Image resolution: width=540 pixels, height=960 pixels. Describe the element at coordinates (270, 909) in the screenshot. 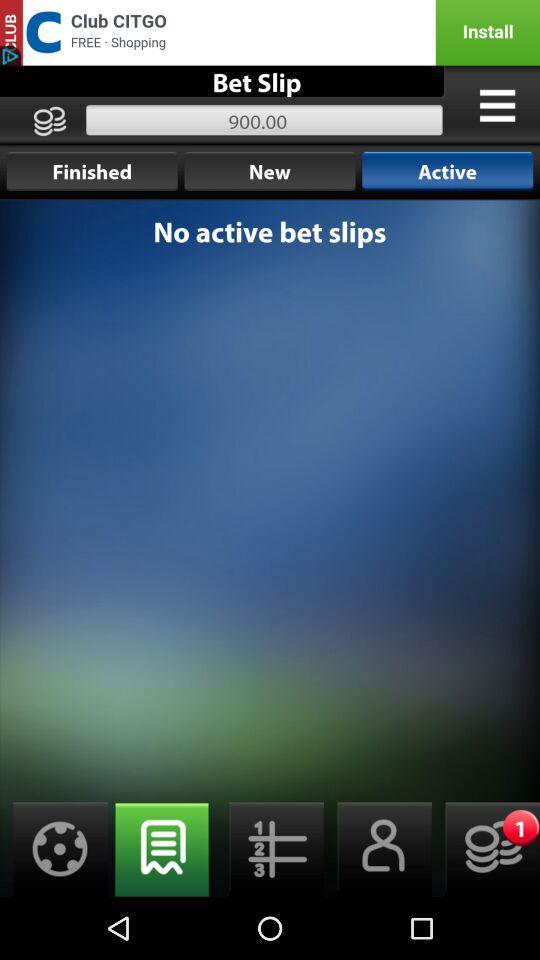

I see `the list icon` at that location.